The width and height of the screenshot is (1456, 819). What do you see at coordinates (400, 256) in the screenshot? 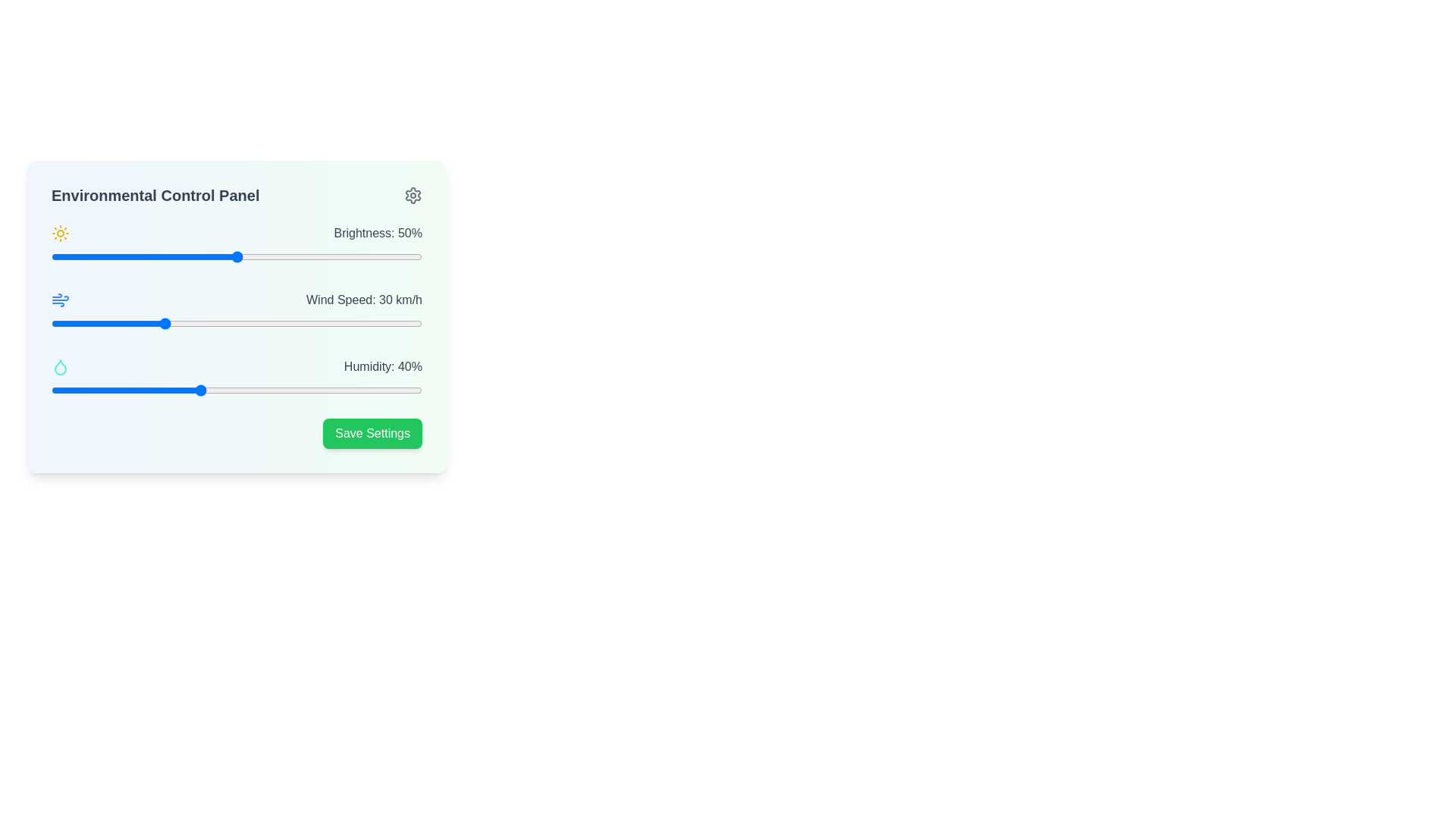
I see `brightness` at bounding box center [400, 256].